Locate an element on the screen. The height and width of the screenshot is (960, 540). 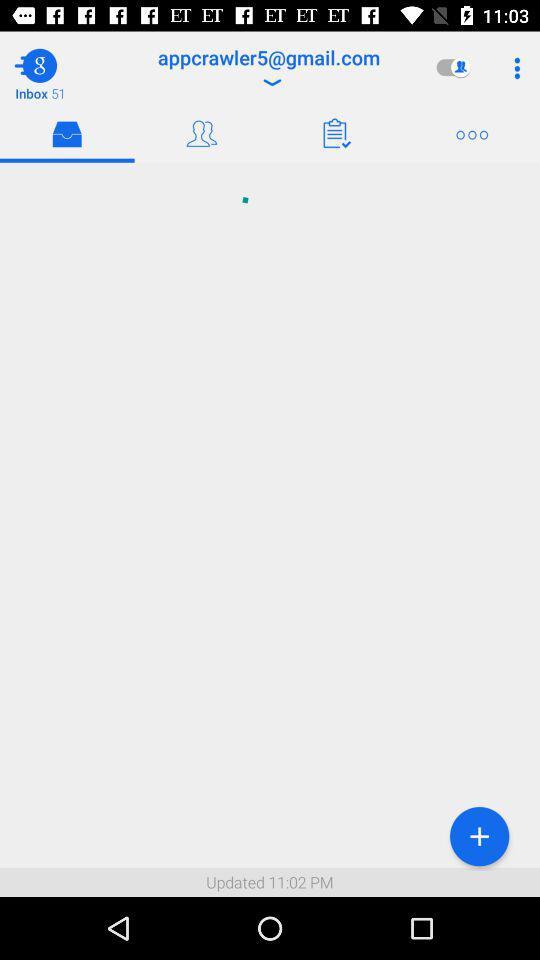
the add icon is located at coordinates (478, 894).